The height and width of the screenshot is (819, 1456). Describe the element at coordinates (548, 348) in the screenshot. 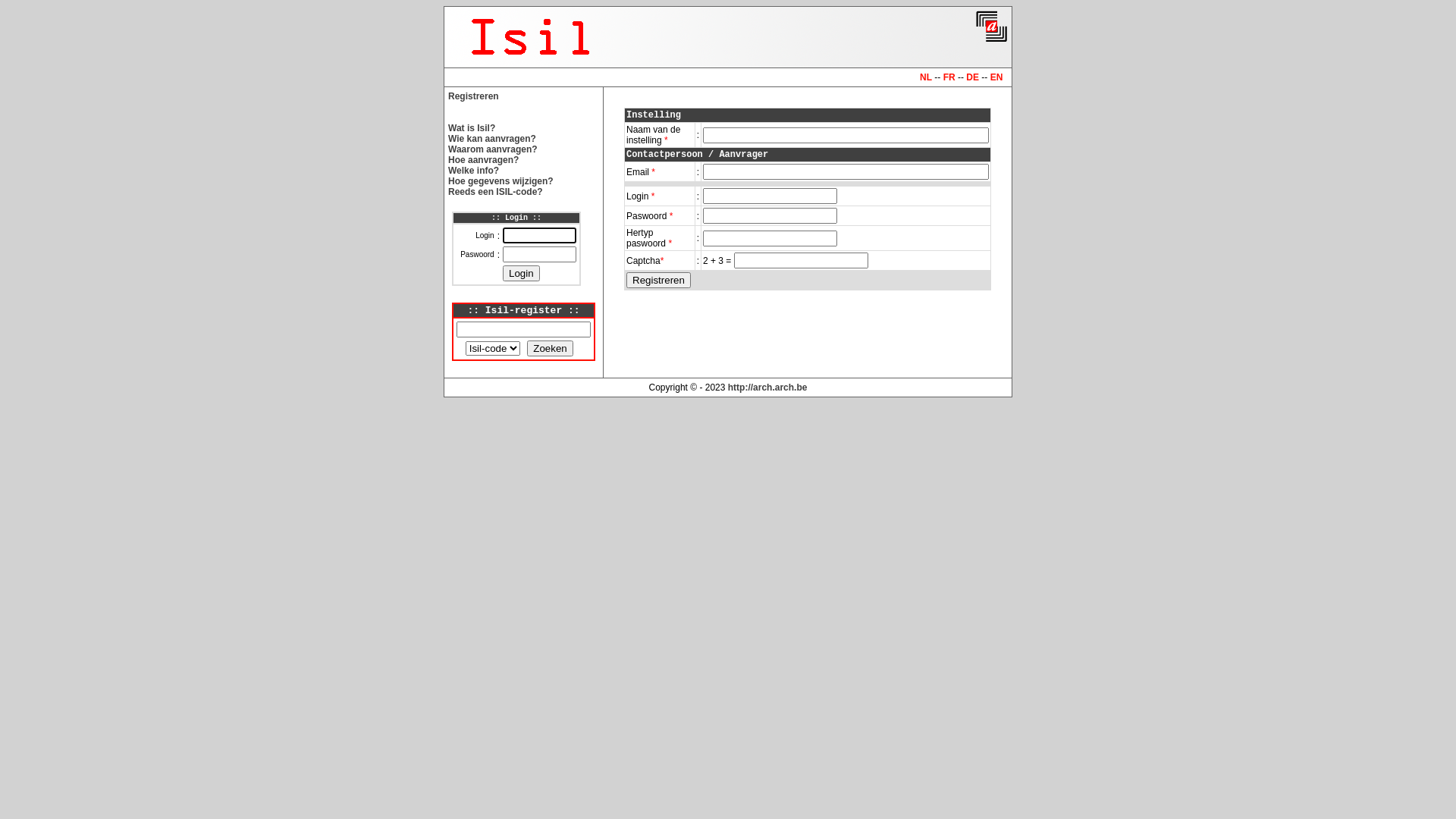

I see `'Zoeken'` at that location.